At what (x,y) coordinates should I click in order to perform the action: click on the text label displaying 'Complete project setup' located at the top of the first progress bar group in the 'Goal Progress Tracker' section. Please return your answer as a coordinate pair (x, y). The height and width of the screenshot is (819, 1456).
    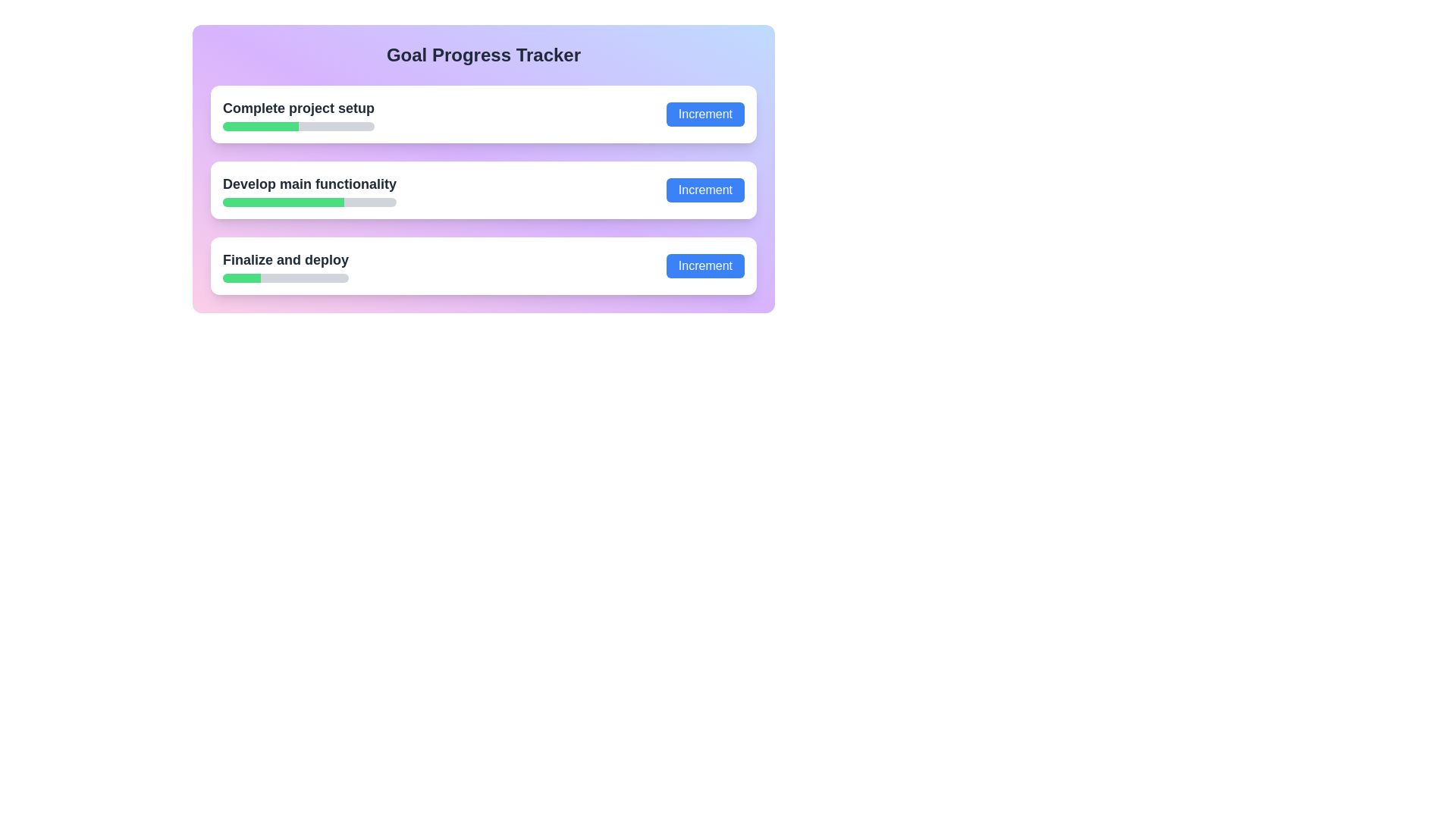
    Looking at the image, I should click on (298, 107).